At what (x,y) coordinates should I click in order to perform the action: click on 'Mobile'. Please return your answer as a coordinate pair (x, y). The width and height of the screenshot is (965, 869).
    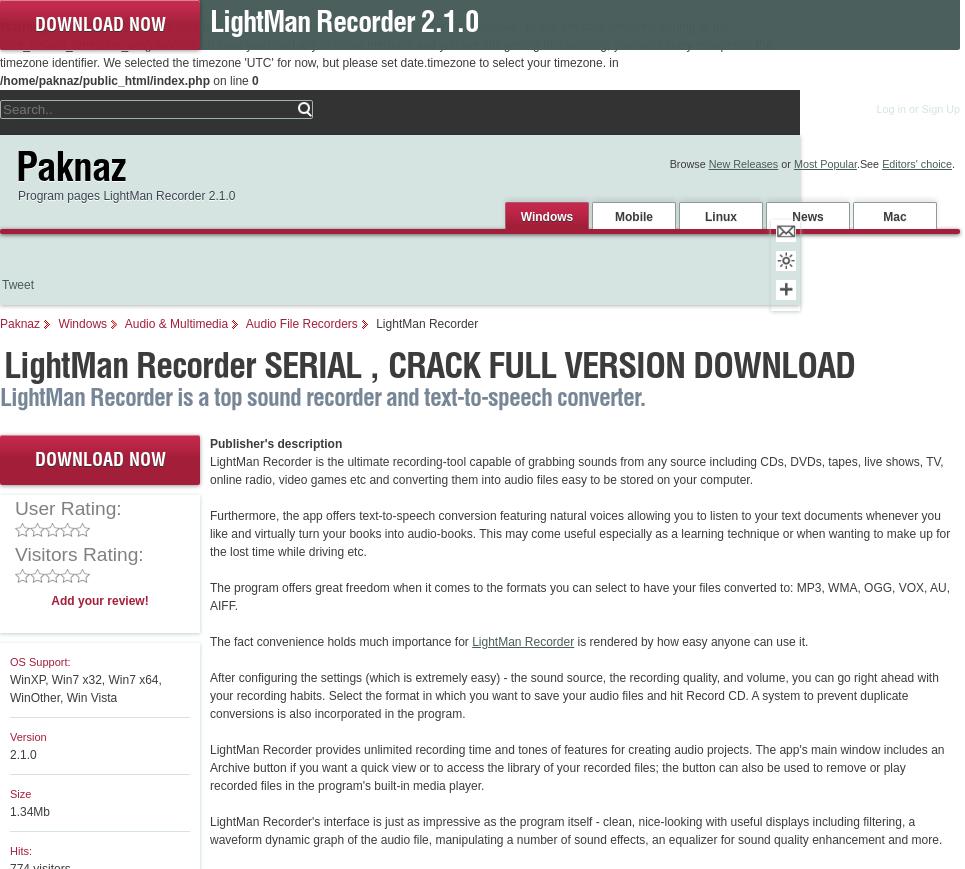
    Looking at the image, I should click on (634, 215).